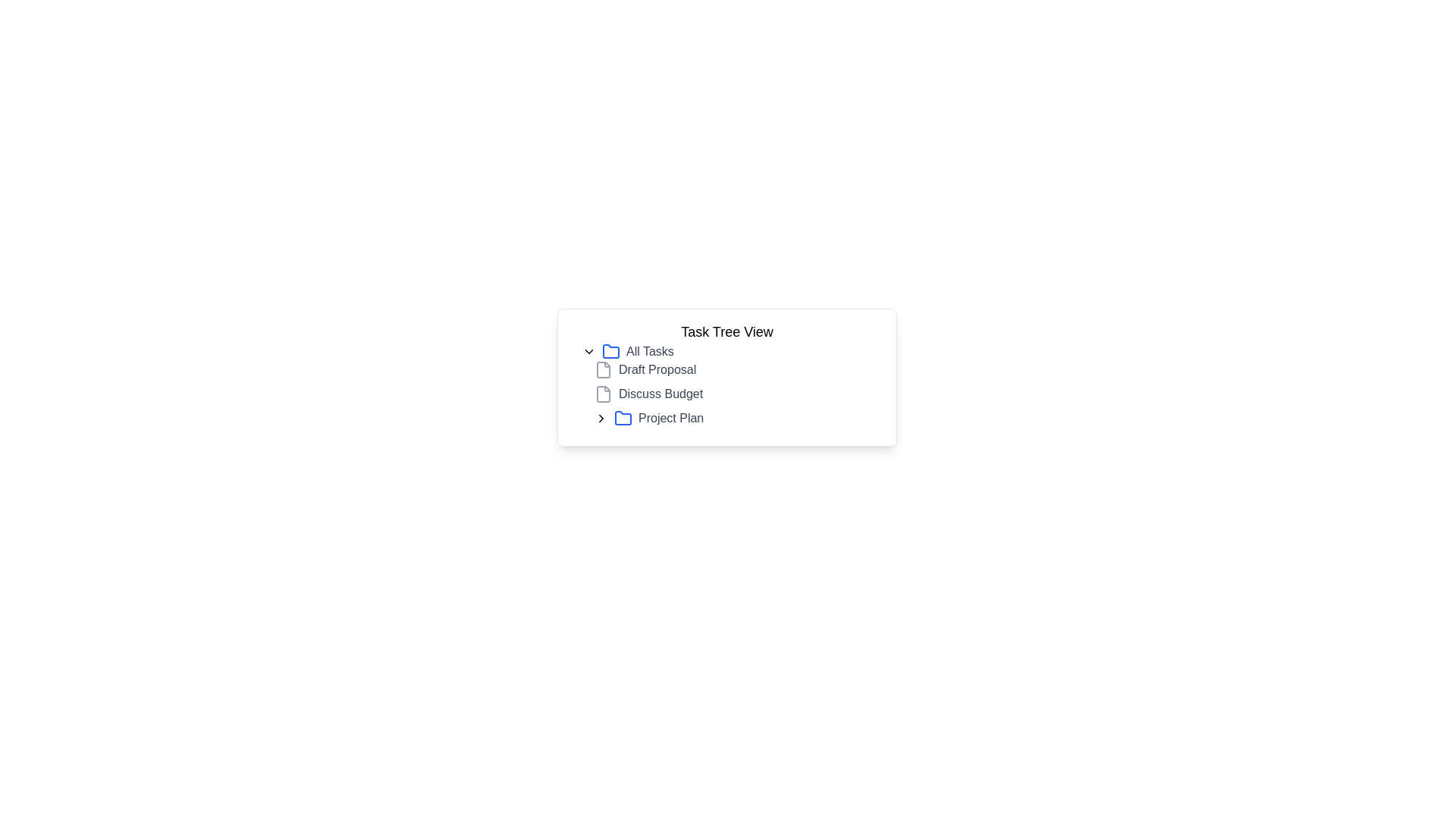 This screenshot has height=819, width=1456. I want to click on the chevron button located to the left of the 'Project Plan' text, so click(600, 418).